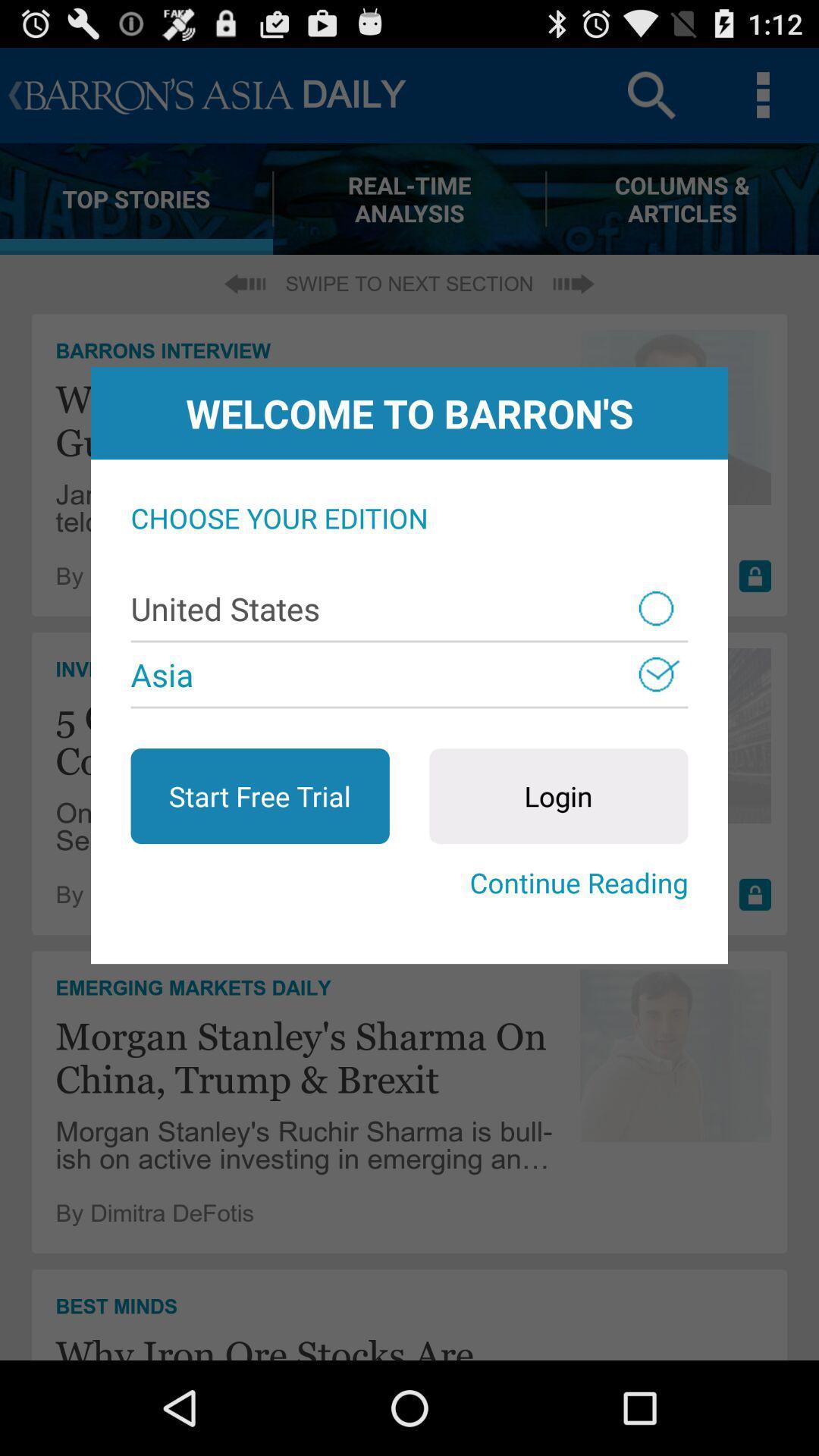  I want to click on app above continue reading item, so click(259, 795).